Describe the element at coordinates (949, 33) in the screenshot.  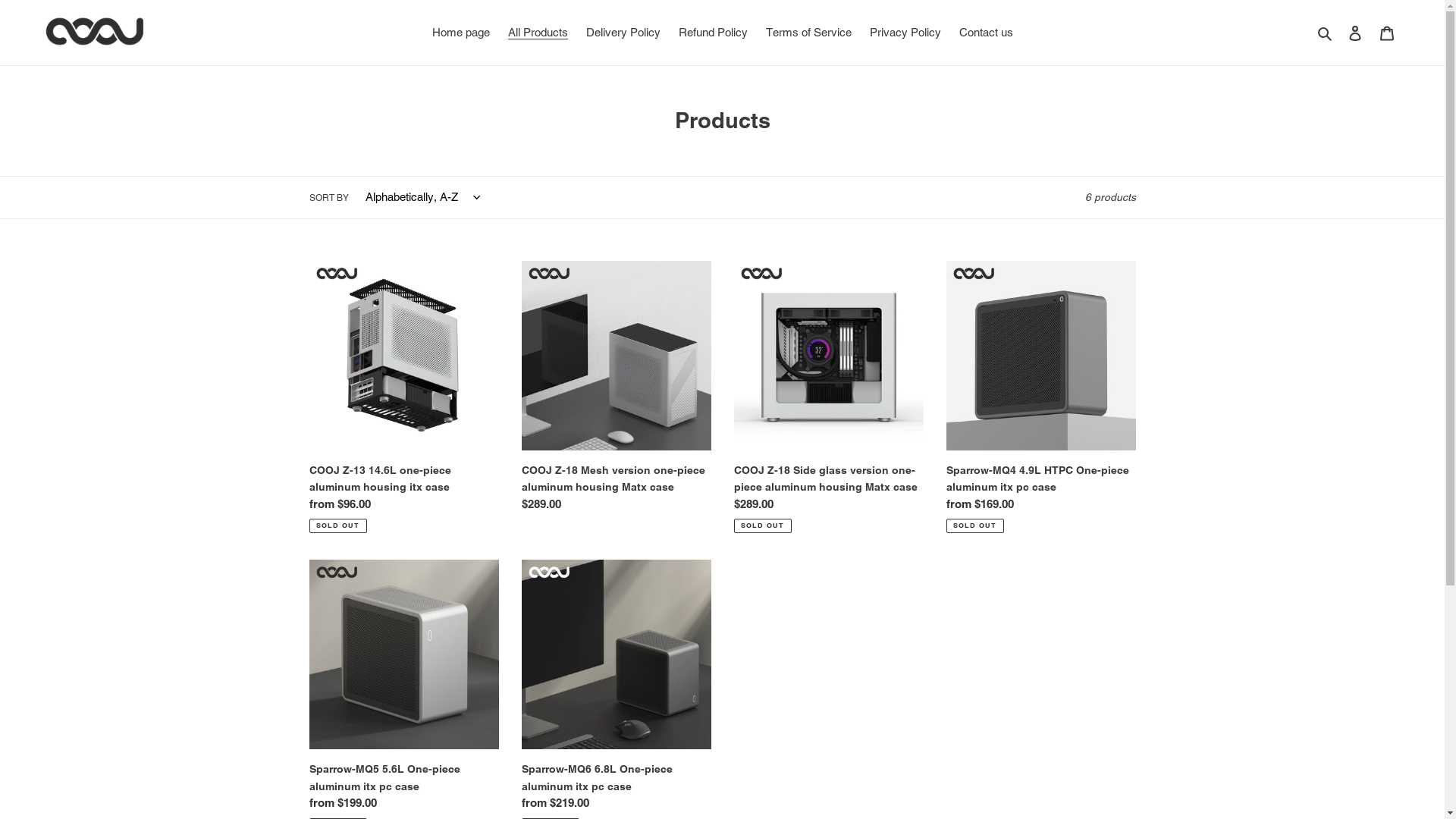
I see `'Contact us'` at that location.